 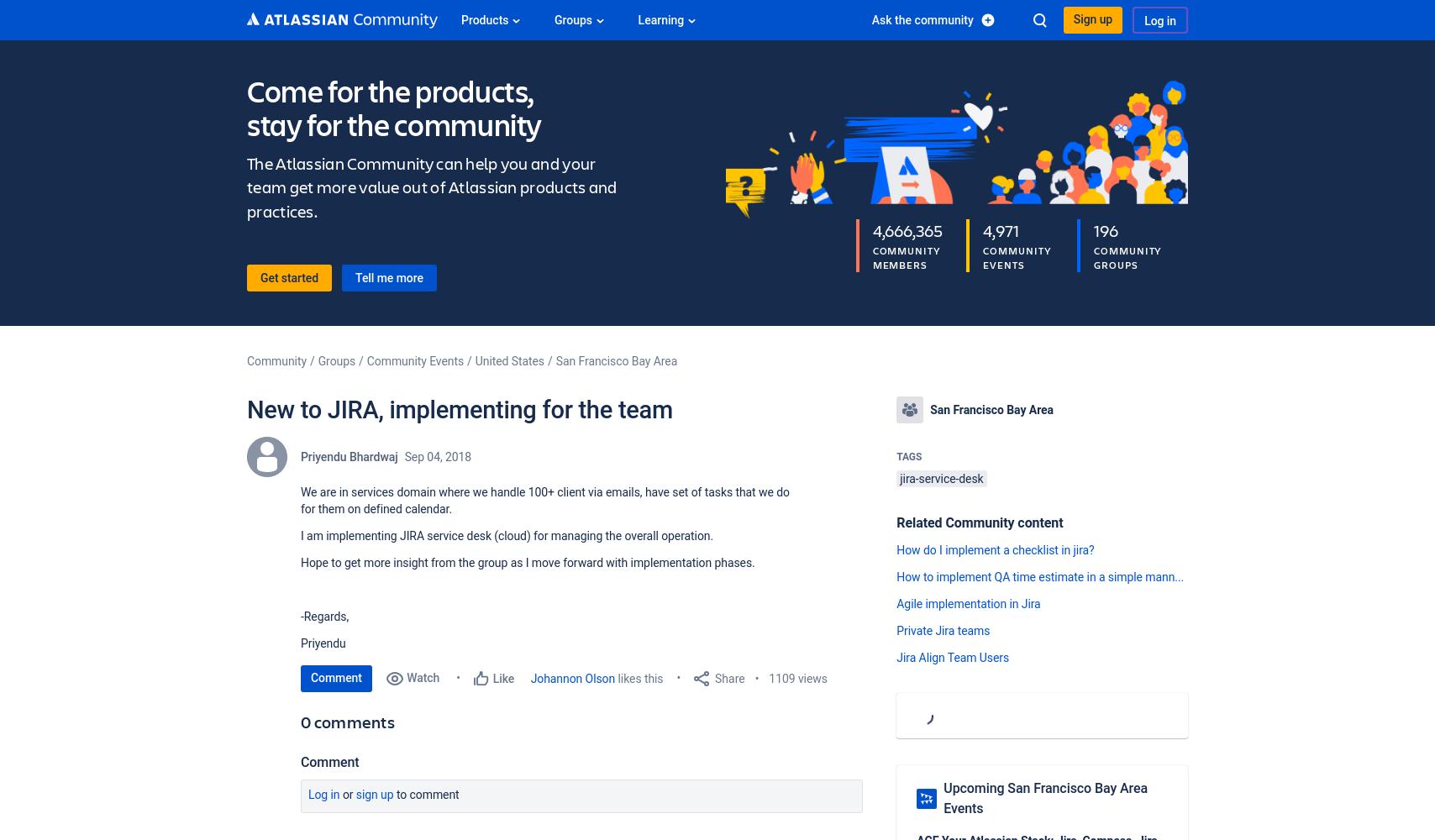 I want to click on 'How to implement QA time estimate in a simple mann...', so click(x=1039, y=577).